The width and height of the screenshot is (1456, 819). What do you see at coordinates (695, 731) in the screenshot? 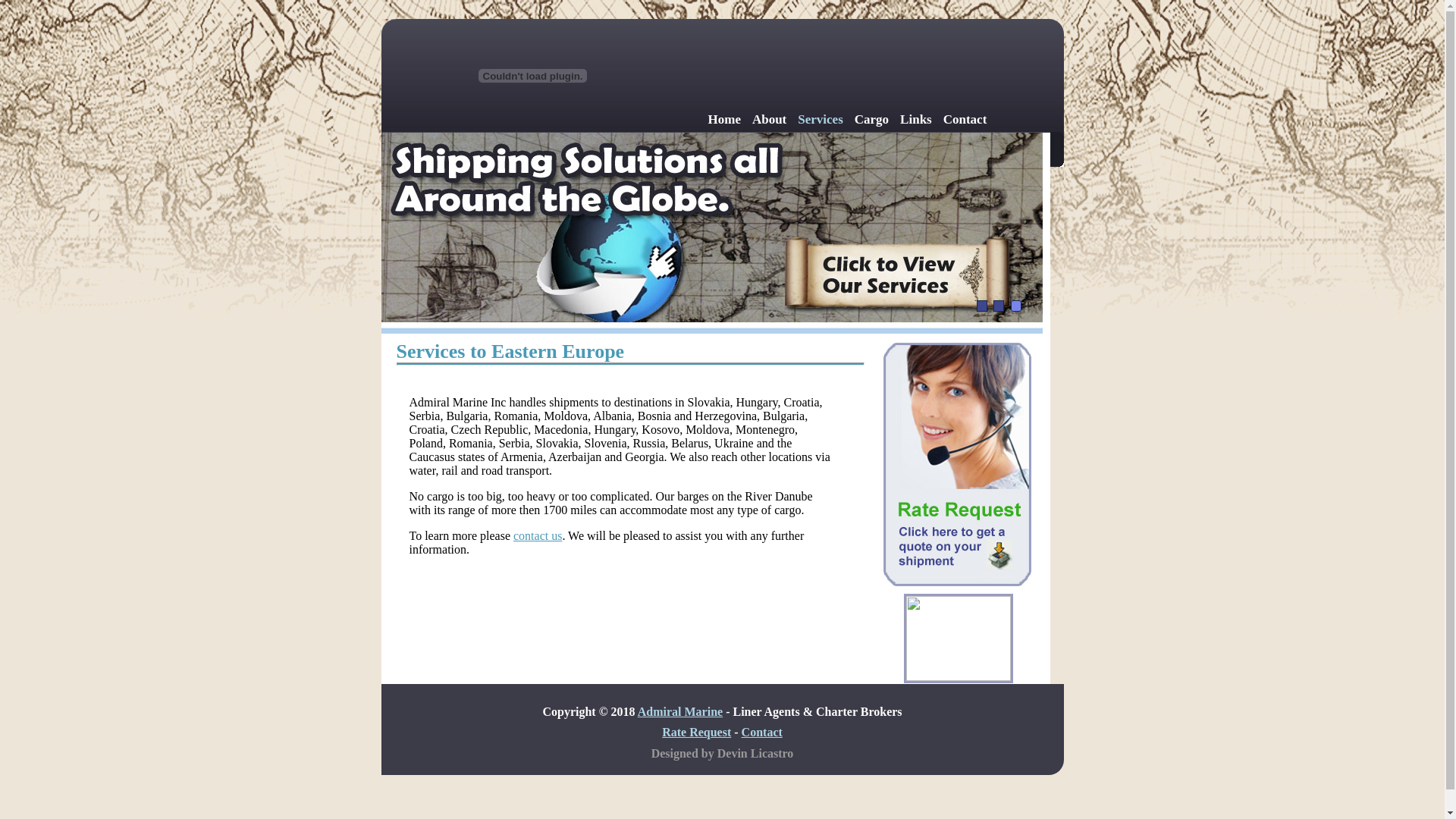
I see `'Rate Request'` at bounding box center [695, 731].